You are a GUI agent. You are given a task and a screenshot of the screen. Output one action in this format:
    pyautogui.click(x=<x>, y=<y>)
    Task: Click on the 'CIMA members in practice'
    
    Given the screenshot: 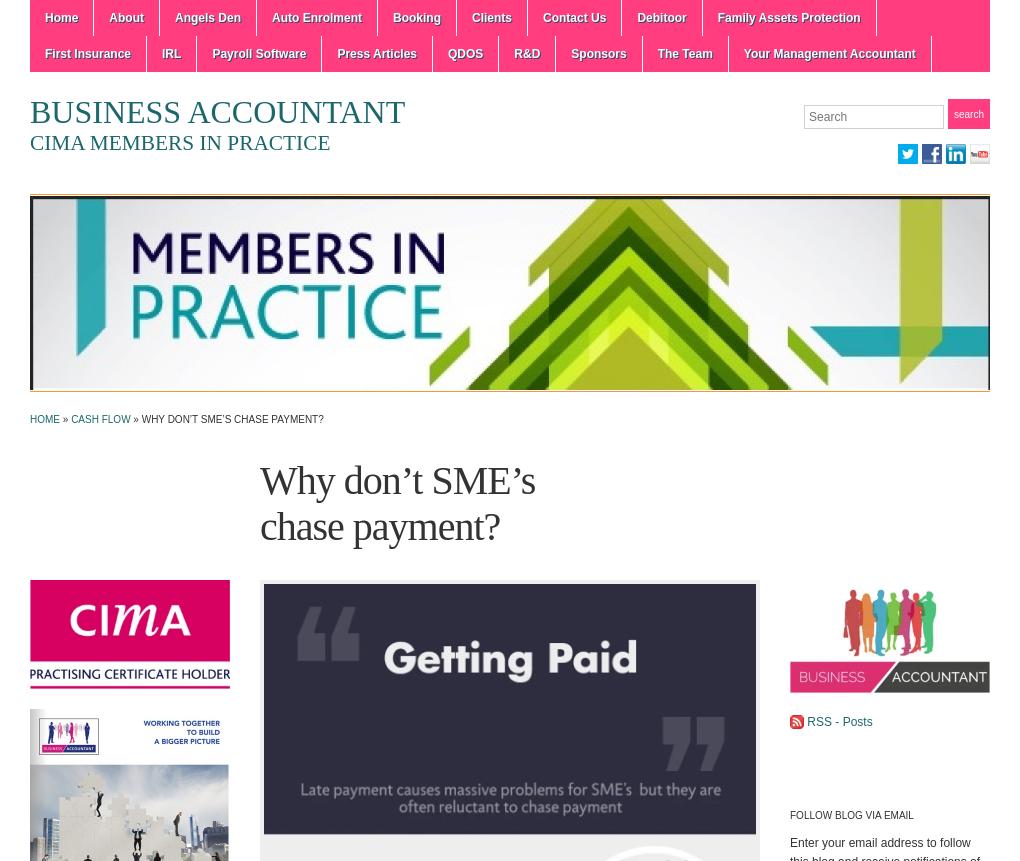 What is the action you would take?
    pyautogui.click(x=28, y=141)
    